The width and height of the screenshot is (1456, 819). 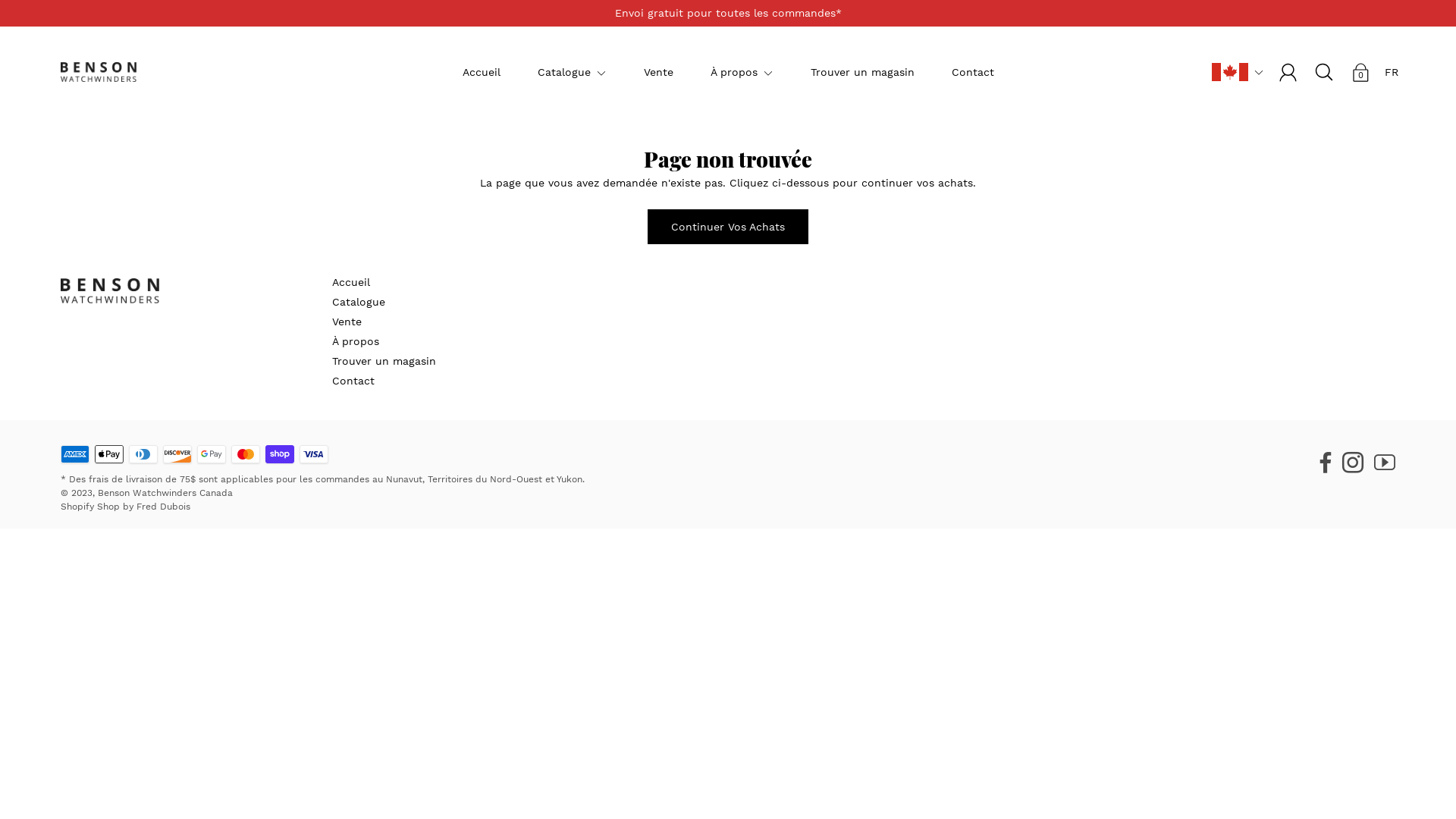 I want to click on 'Canadian website', so click(x=1211, y=71).